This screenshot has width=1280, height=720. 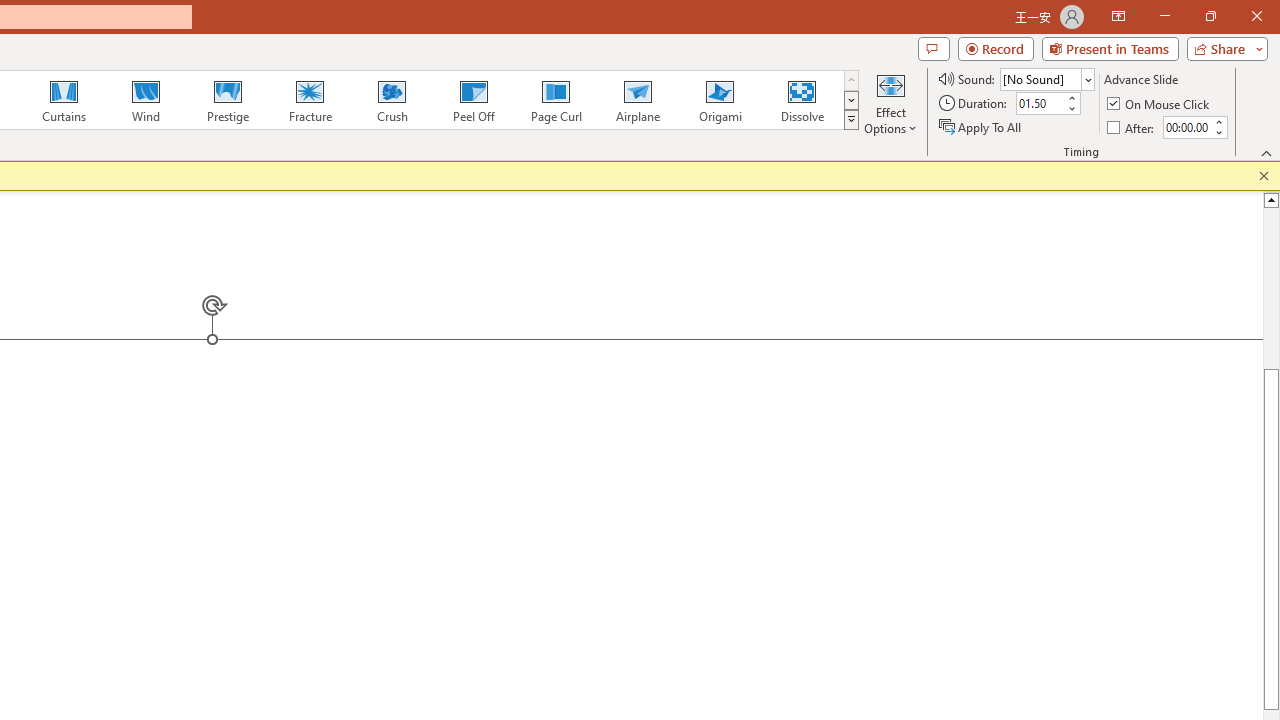 I want to click on 'Prestige', so click(x=227, y=100).